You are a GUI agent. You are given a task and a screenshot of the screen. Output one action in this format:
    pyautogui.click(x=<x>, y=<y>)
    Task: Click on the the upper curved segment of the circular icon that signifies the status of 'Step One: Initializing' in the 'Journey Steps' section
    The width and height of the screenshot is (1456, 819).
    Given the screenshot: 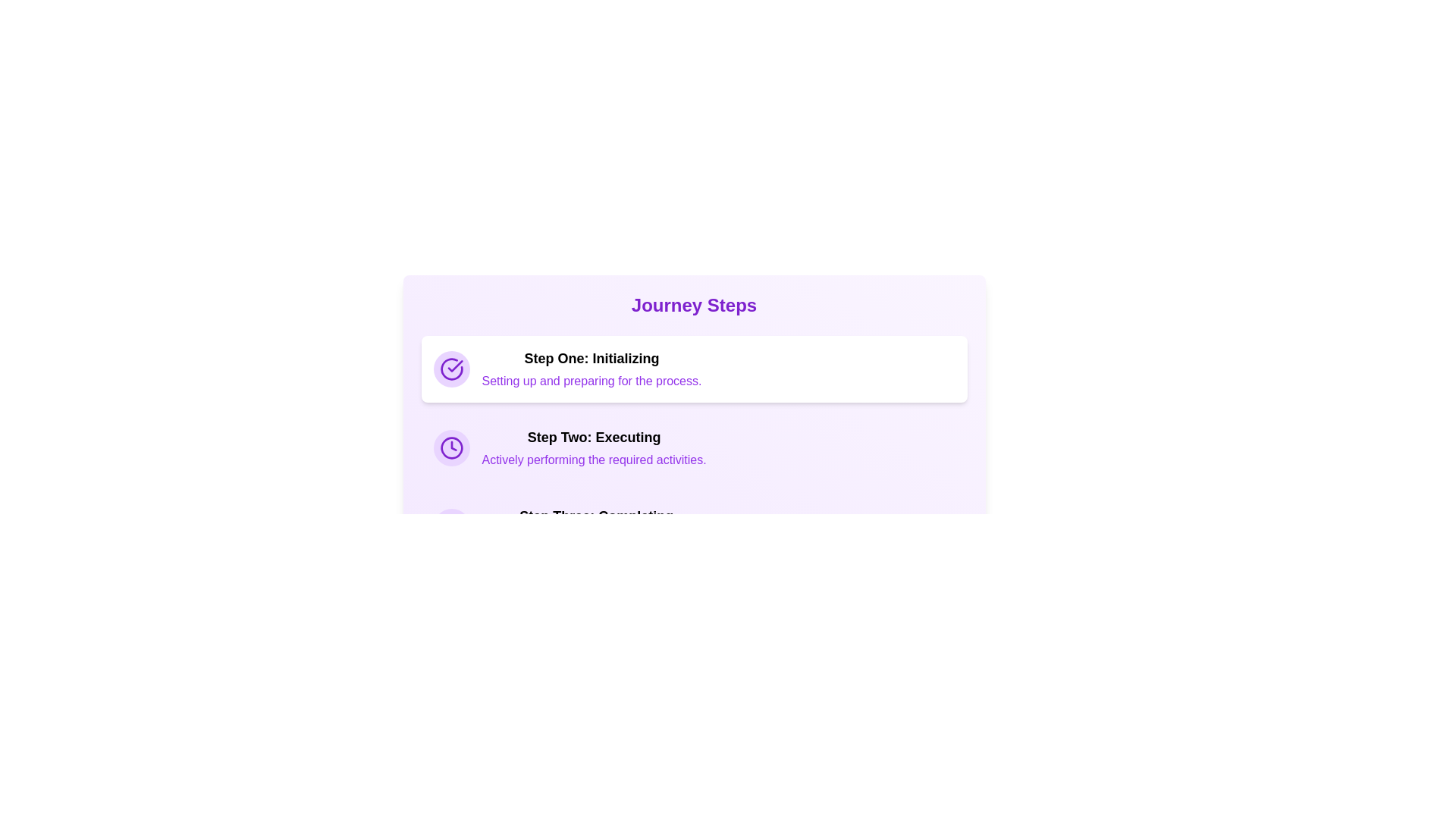 What is the action you would take?
    pyautogui.click(x=450, y=369)
    